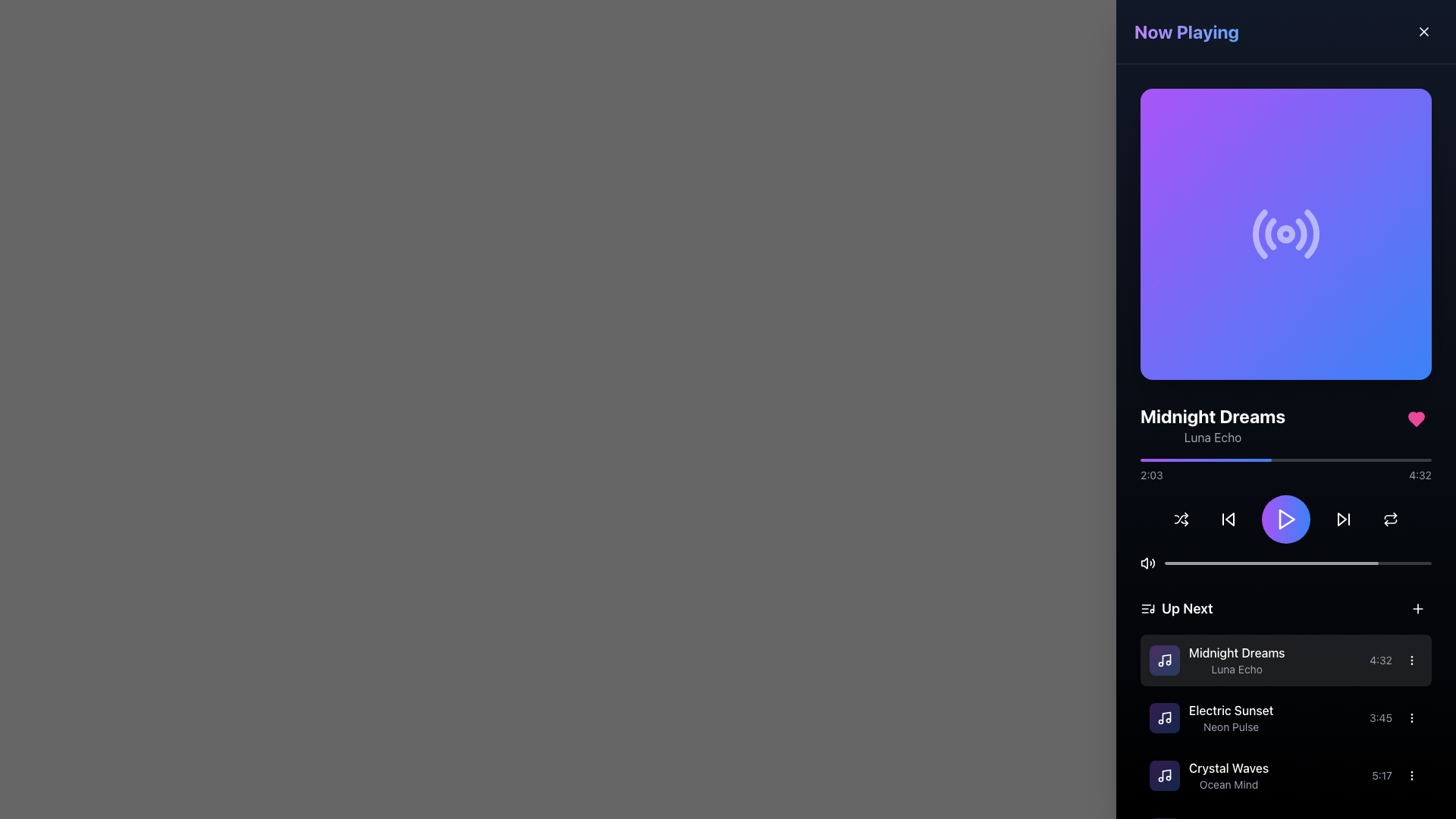  What do you see at coordinates (1395, 717) in the screenshot?
I see `the ellipsis button next to the Duration label for the track 'Electric Sunset'` at bounding box center [1395, 717].